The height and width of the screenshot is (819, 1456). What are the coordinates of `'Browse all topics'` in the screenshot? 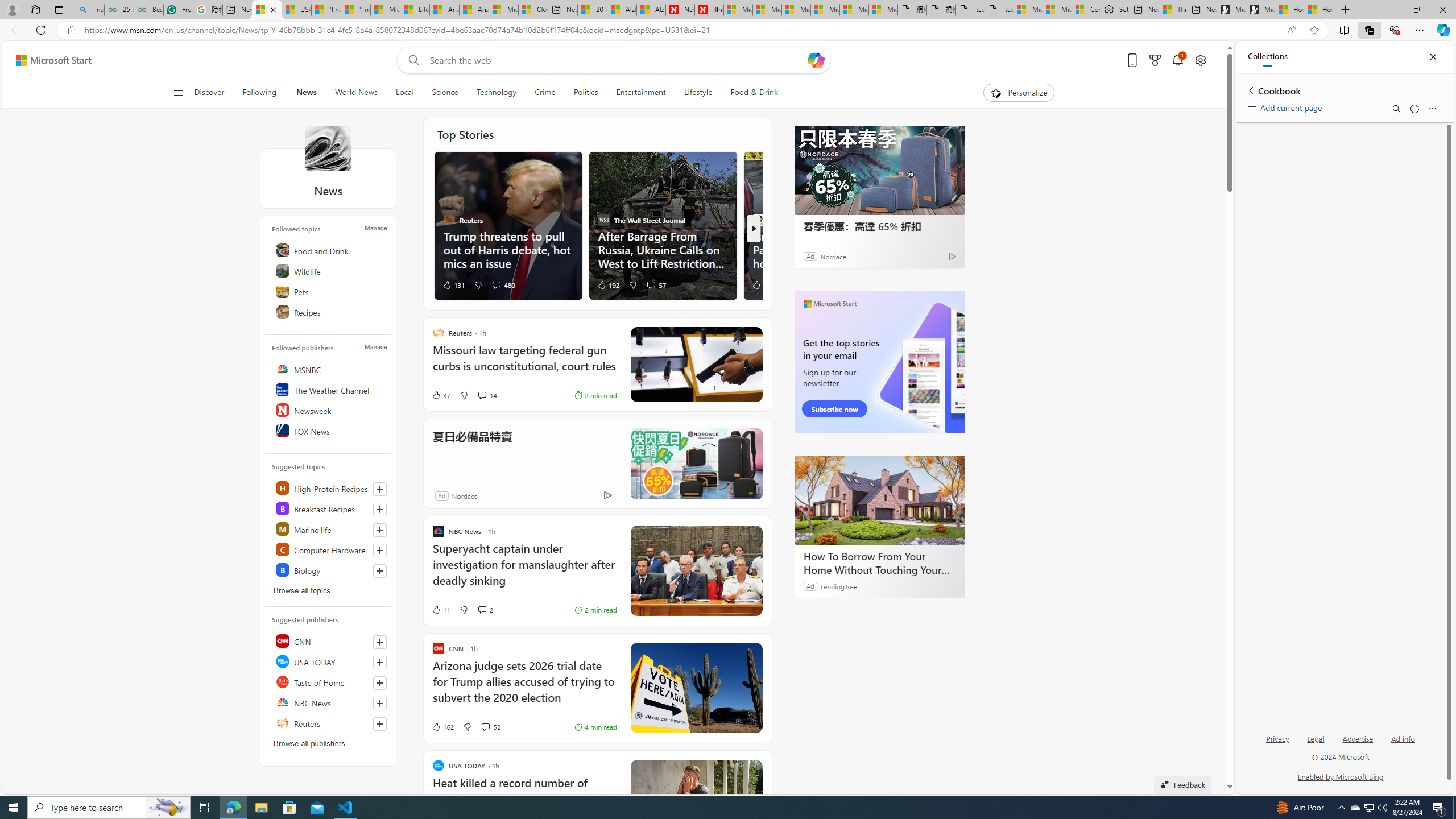 It's located at (301, 590).